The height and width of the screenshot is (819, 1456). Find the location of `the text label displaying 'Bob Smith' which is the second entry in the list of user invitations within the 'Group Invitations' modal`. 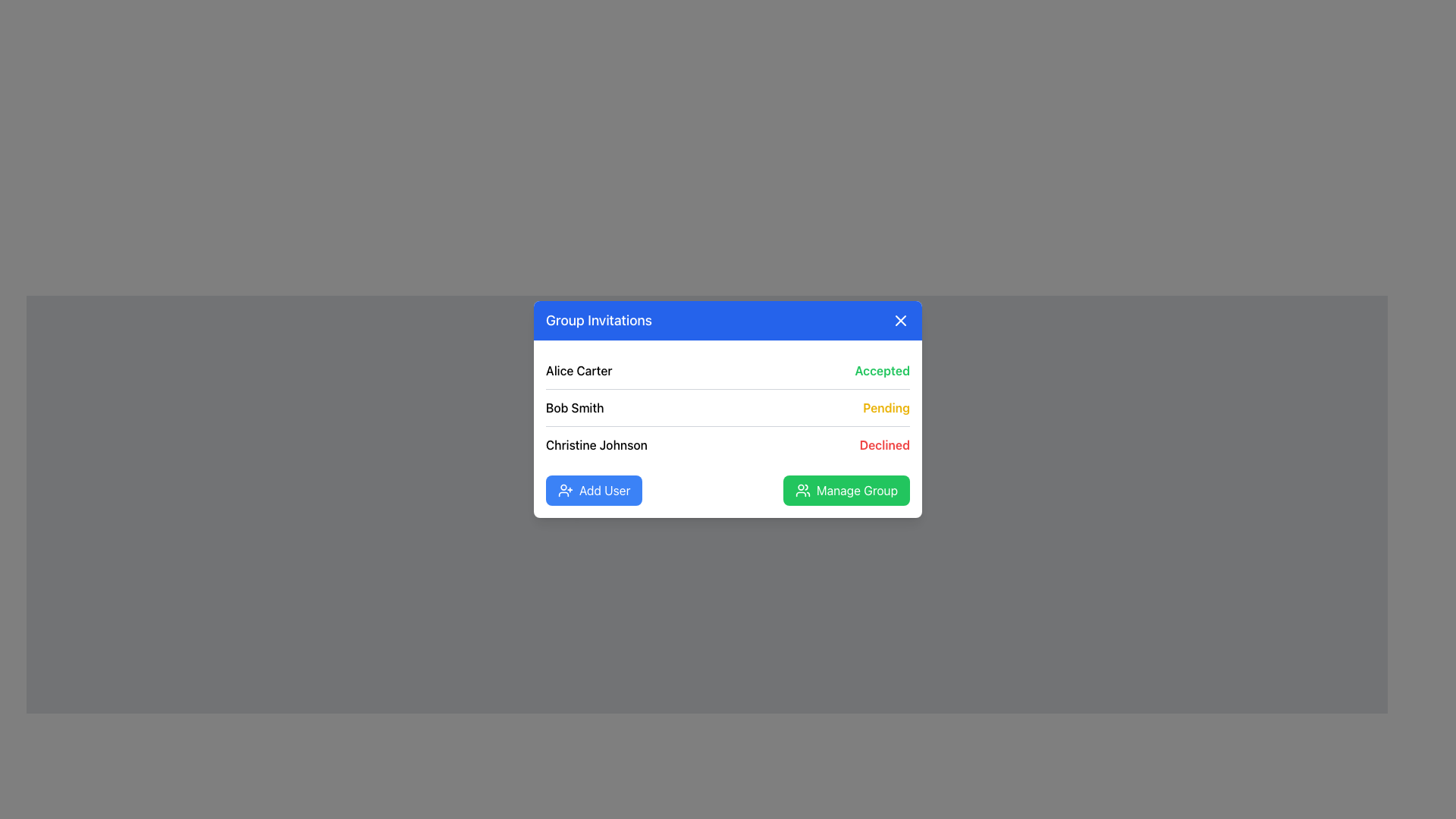

the text label displaying 'Bob Smith' which is the second entry in the list of user invitations within the 'Group Invitations' modal is located at coordinates (574, 406).